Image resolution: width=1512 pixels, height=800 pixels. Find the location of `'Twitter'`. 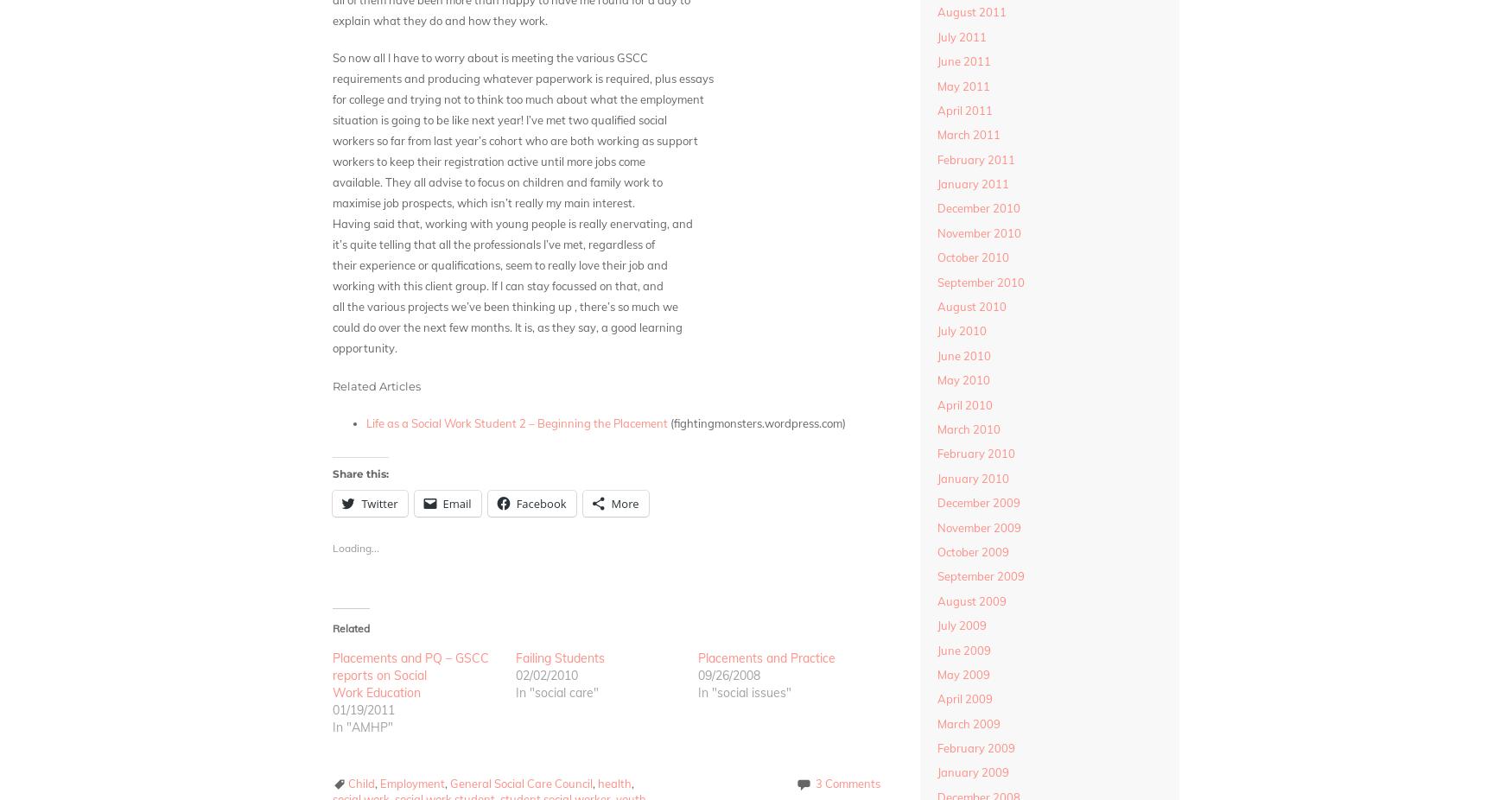

'Twitter' is located at coordinates (360, 503).